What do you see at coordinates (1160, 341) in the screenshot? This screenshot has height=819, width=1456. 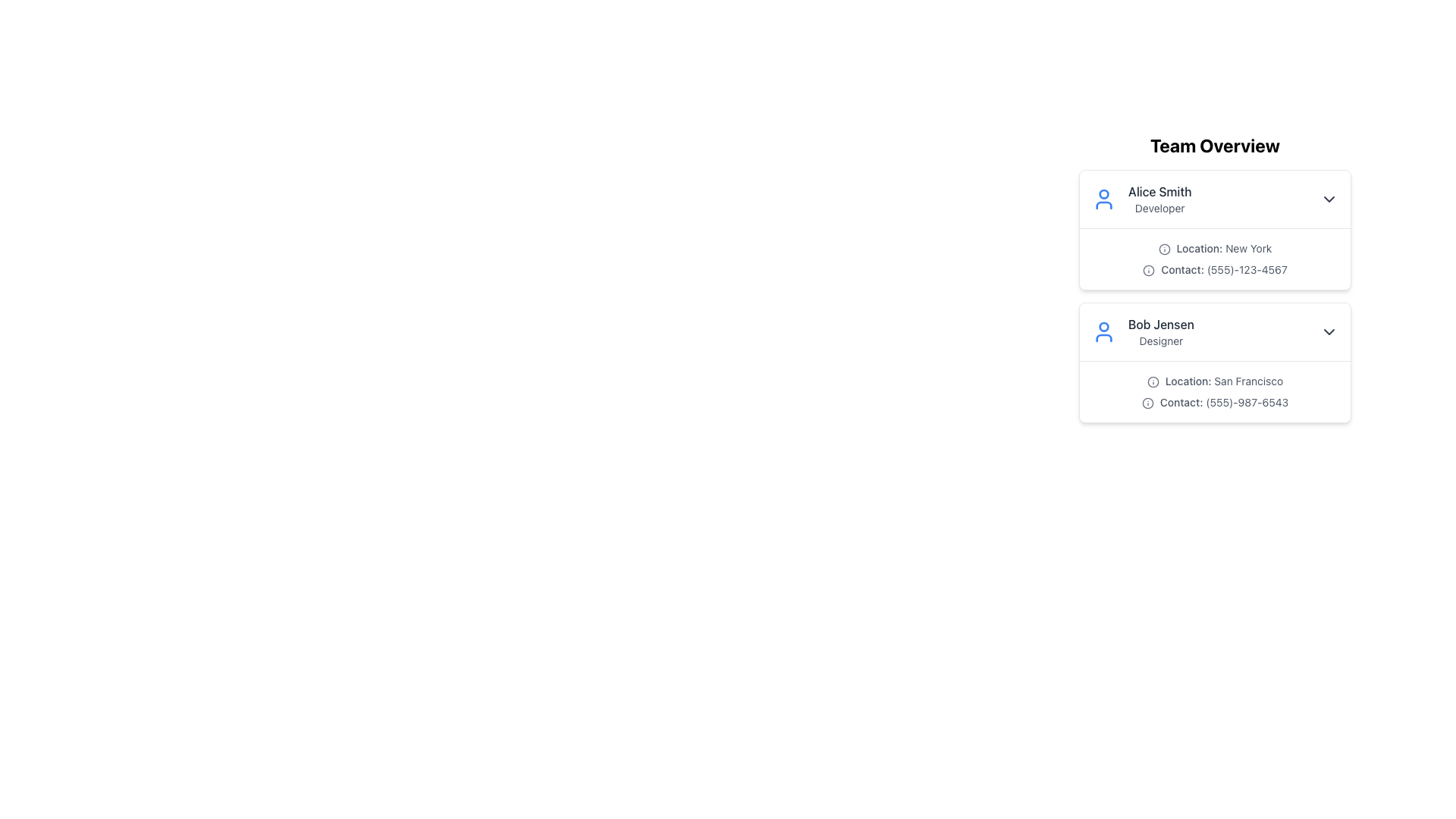 I see `the text label reading 'Designer' located below 'Bob Jensen' in the second card of the 'Team Overview' section` at bounding box center [1160, 341].